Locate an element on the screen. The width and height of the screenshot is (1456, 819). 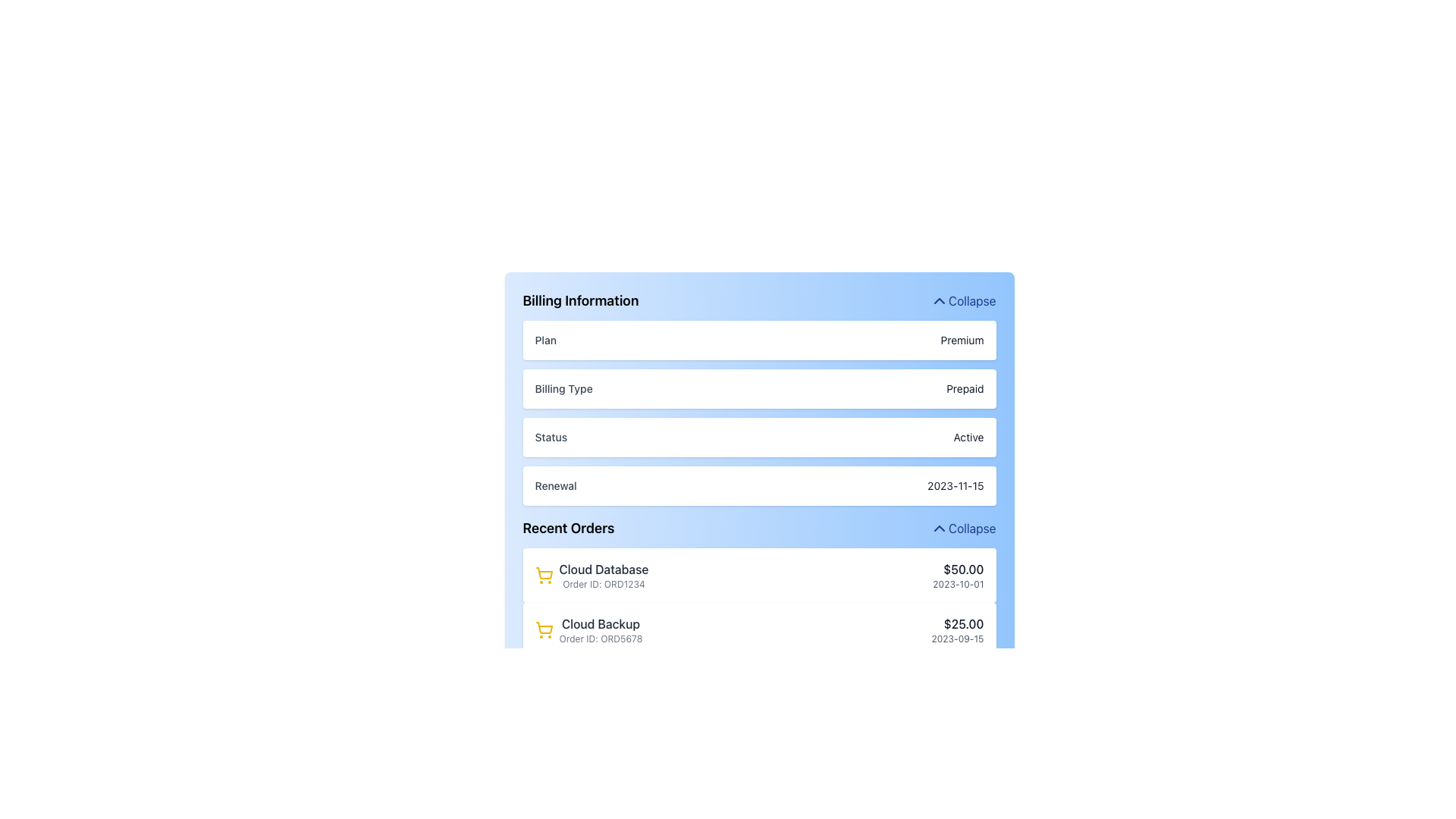
text contained in the TextLabel located in the lower-right corner of the 'Recent Orders' section within the 'Cloud Backup' column is located at coordinates (956, 629).